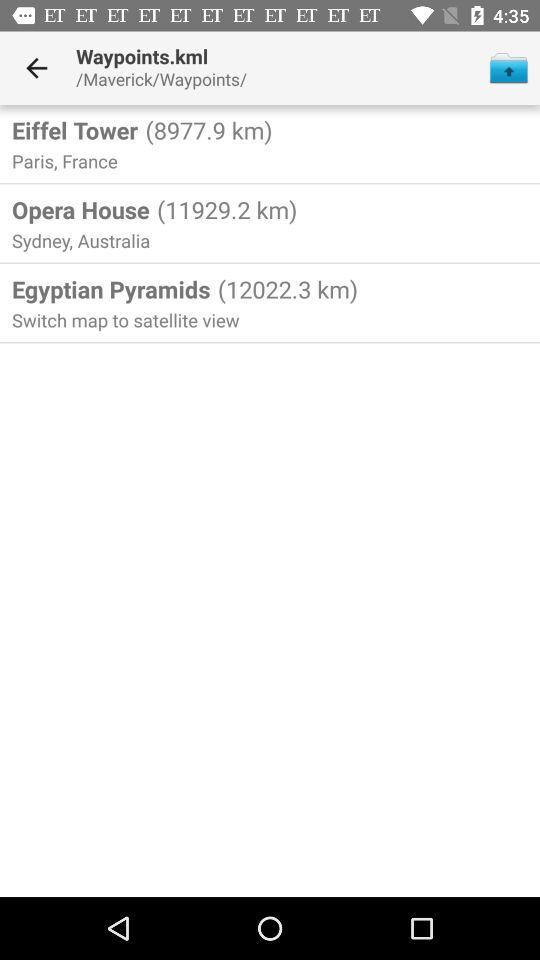 This screenshot has width=540, height=960. I want to click on the icon below the  (11929.2 km), so click(284, 288).